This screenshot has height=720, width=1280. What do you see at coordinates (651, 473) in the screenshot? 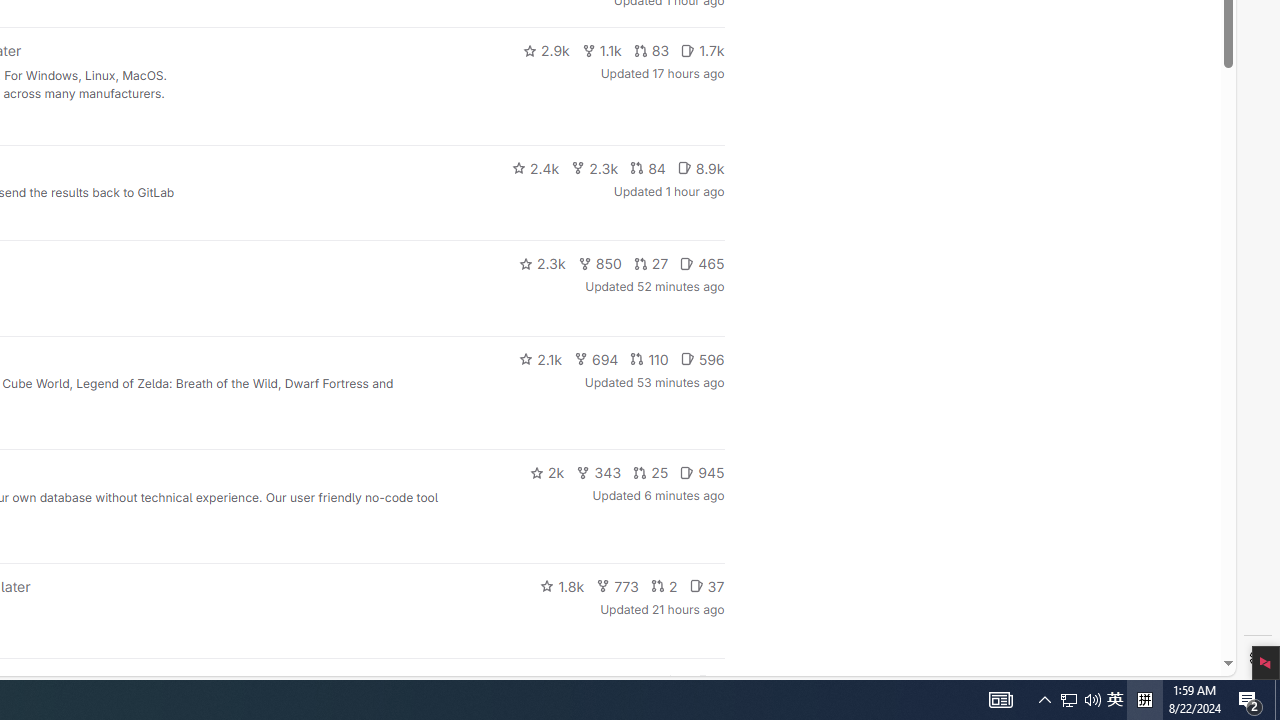
I see `'25'` at bounding box center [651, 473].